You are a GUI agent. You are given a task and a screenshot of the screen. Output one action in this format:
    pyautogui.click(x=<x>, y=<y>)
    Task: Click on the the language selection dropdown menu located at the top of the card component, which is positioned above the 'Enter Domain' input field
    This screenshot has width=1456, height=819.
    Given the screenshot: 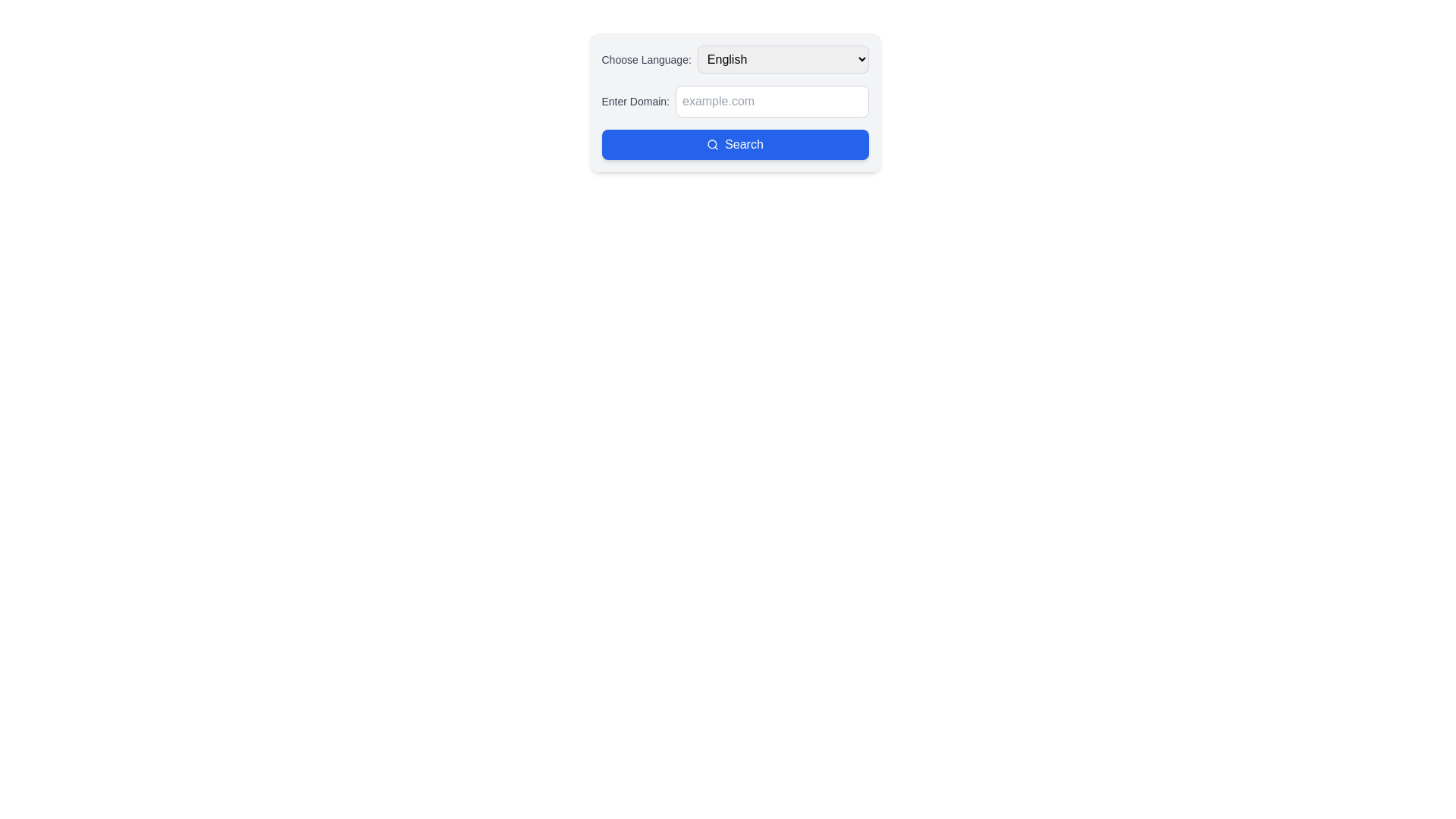 What is the action you would take?
    pyautogui.click(x=735, y=58)
    